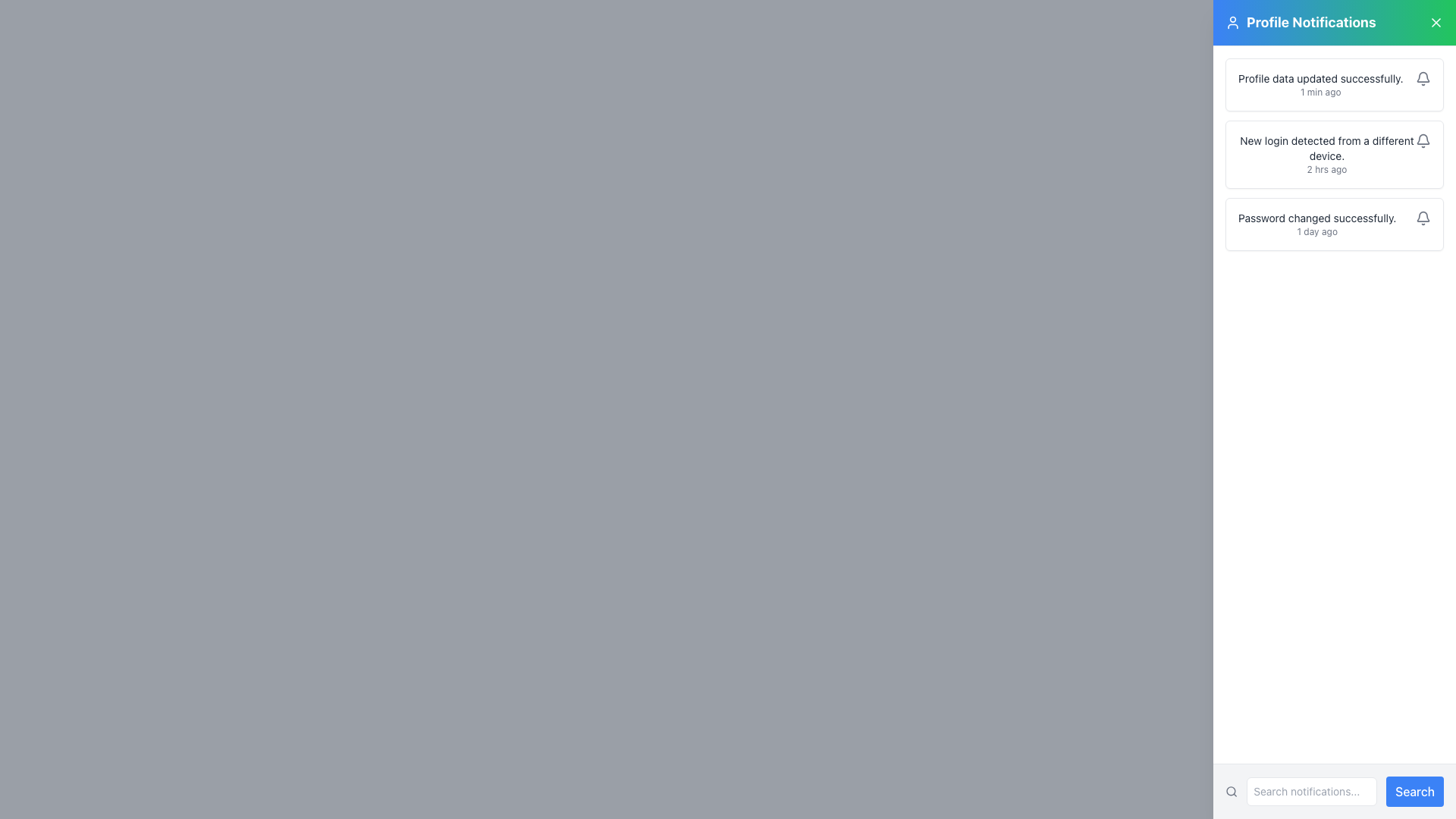 This screenshot has height=819, width=1456. I want to click on the close button located in the top-right corner of the 'Profile Notifications' section, so click(1436, 23).